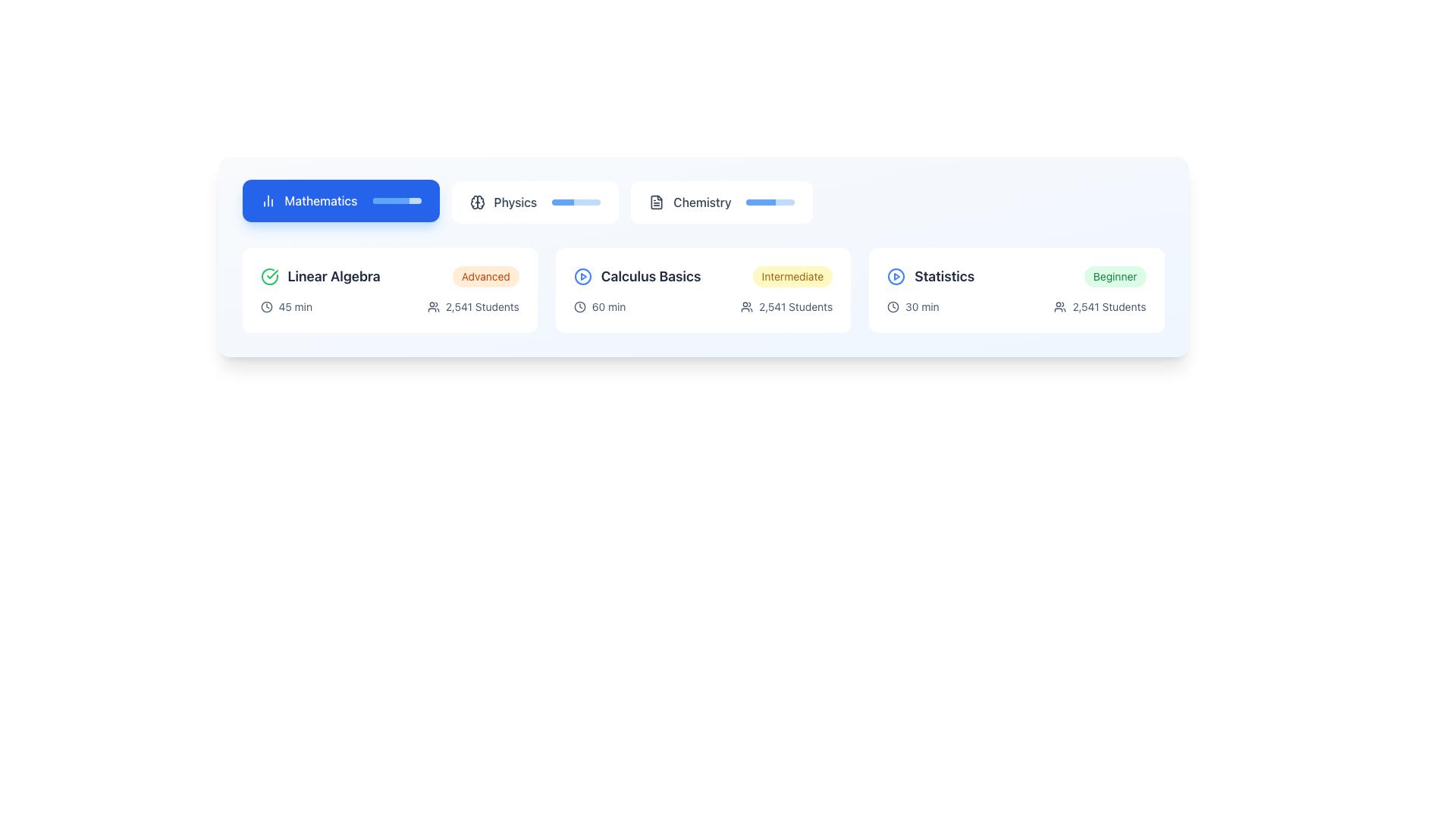  Describe the element at coordinates (657, 201) in the screenshot. I see `the document icon next to the 'Chemistry' label, which represents text inside and is styled with a dark thin stroke` at that location.